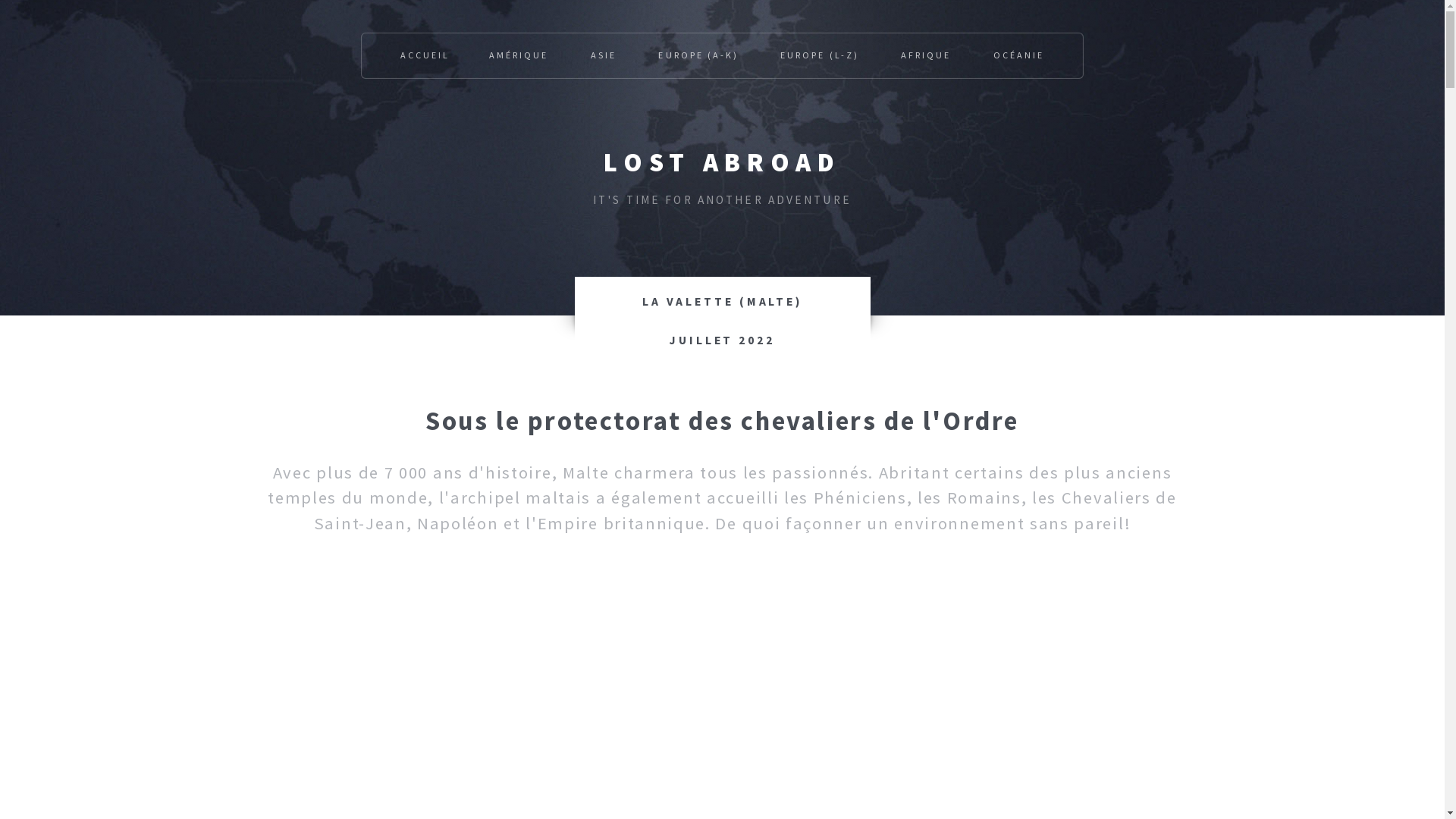 Image resolution: width=1456 pixels, height=819 pixels. What do you see at coordinates (818, 55) in the screenshot?
I see `'EUROPE (L-Z)'` at bounding box center [818, 55].